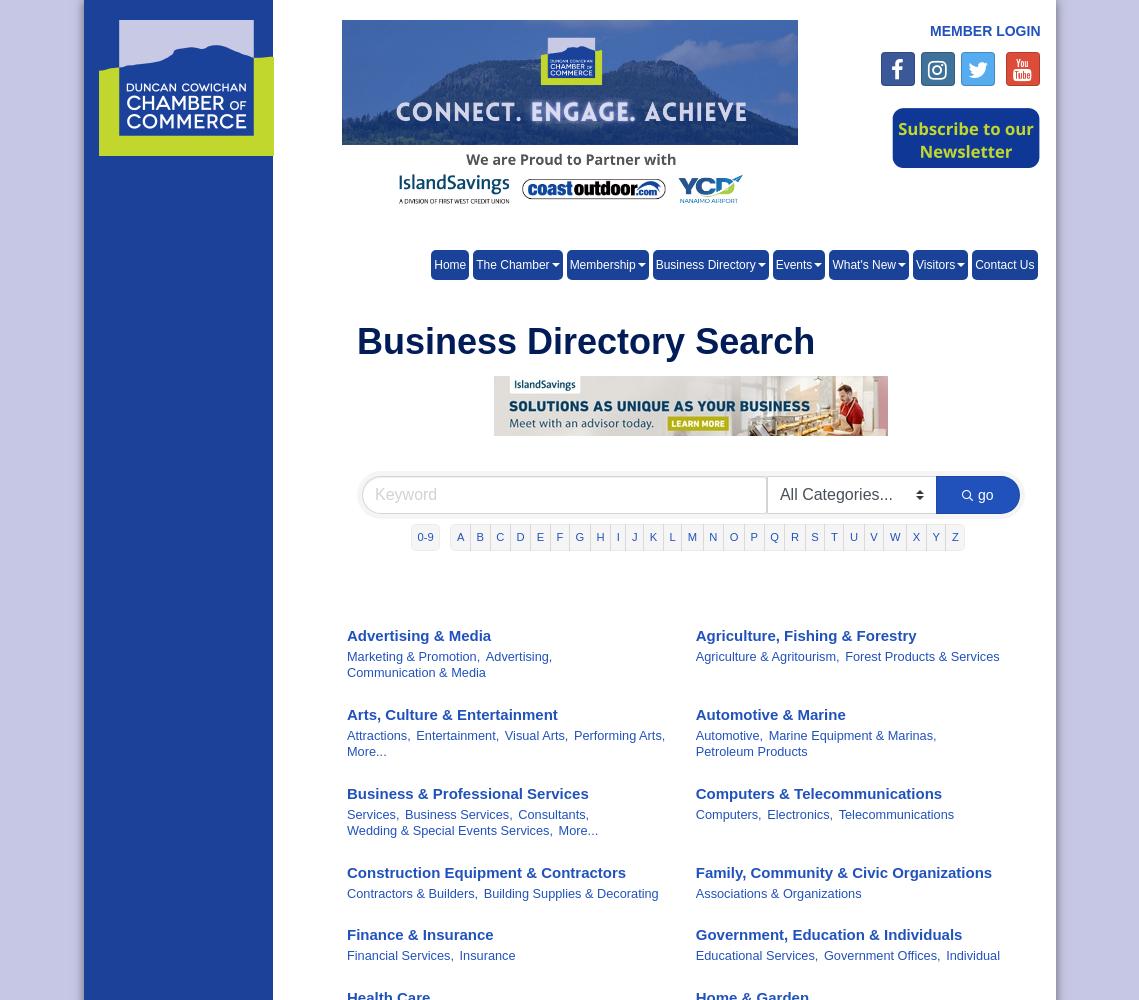 The image size is (1139, 1000). What do you see at coordinates (559, 537) in the screenshot?
I see `'F'` at bounding box center [559, 537].